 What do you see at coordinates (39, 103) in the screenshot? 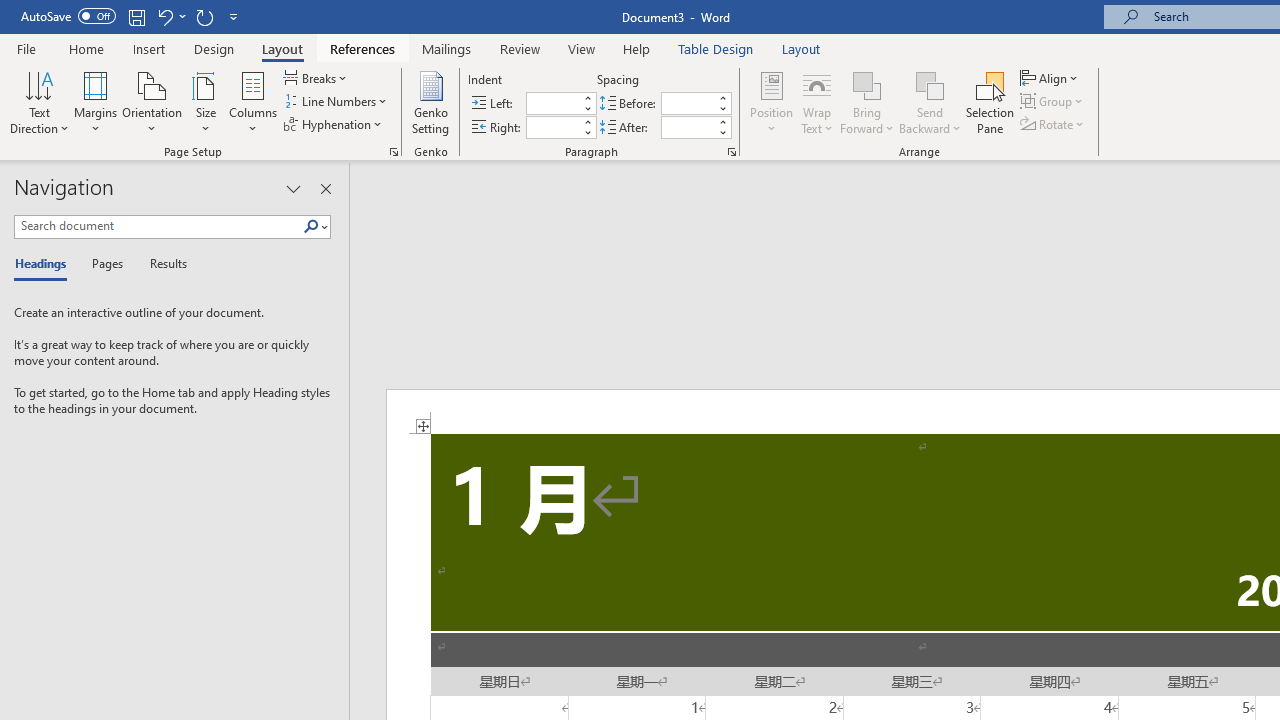
I see `'Text Direction'` at bounding box center [39, 103].